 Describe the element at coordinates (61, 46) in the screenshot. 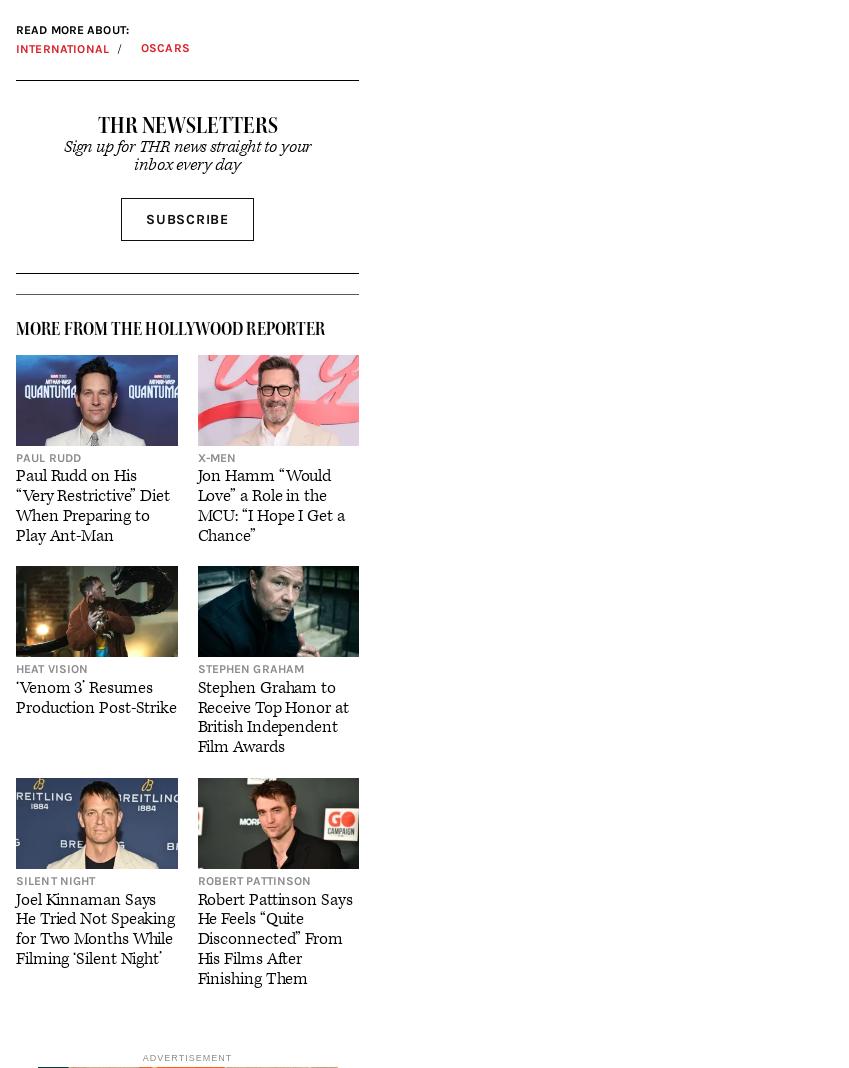

I see `'international'` at that location.